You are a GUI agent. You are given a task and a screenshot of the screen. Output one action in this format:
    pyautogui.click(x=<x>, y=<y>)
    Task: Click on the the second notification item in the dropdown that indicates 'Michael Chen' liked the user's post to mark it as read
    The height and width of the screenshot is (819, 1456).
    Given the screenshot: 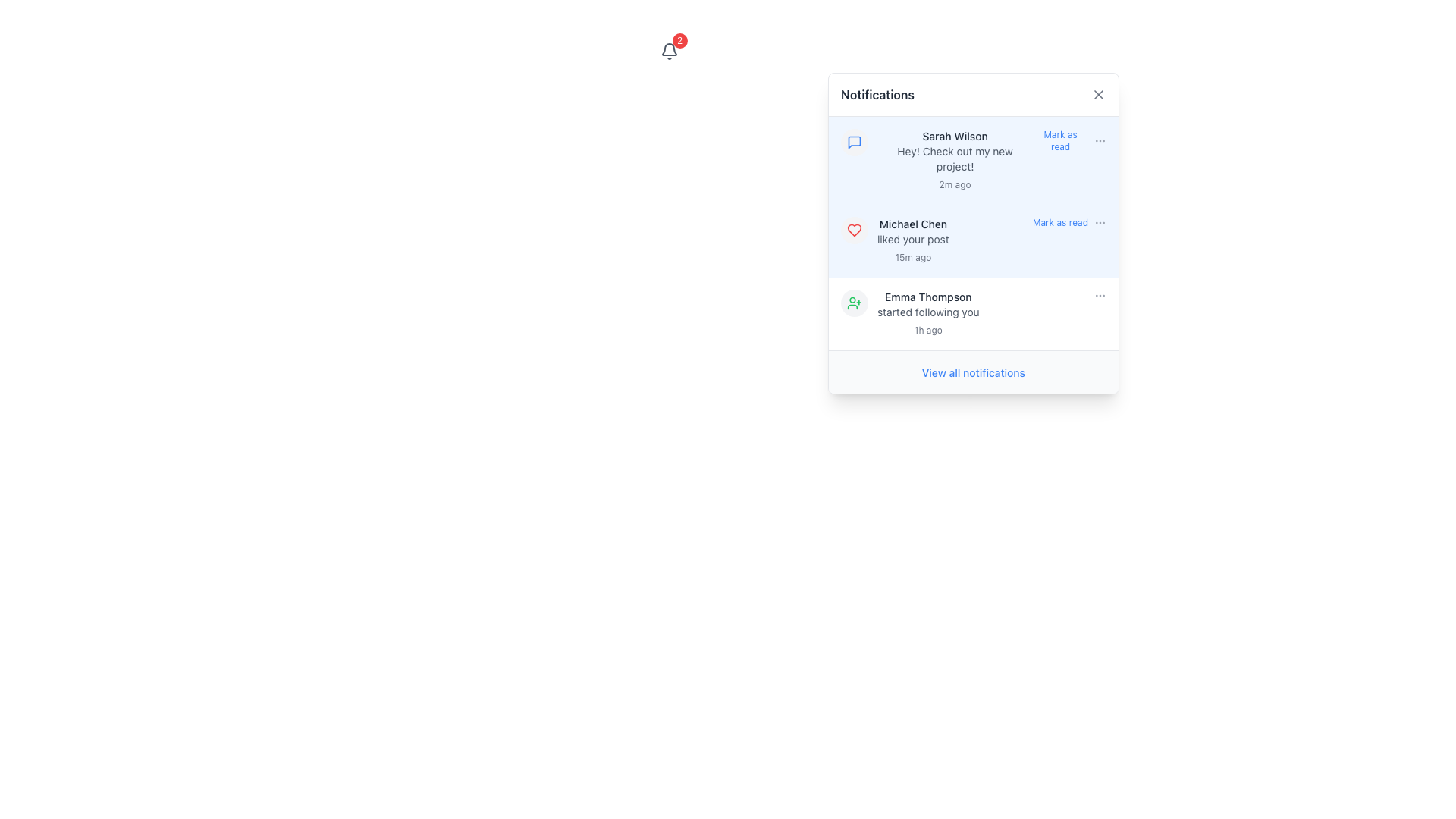 What is the action you would take?
    pyautogui.click(x=973, y=234)
    